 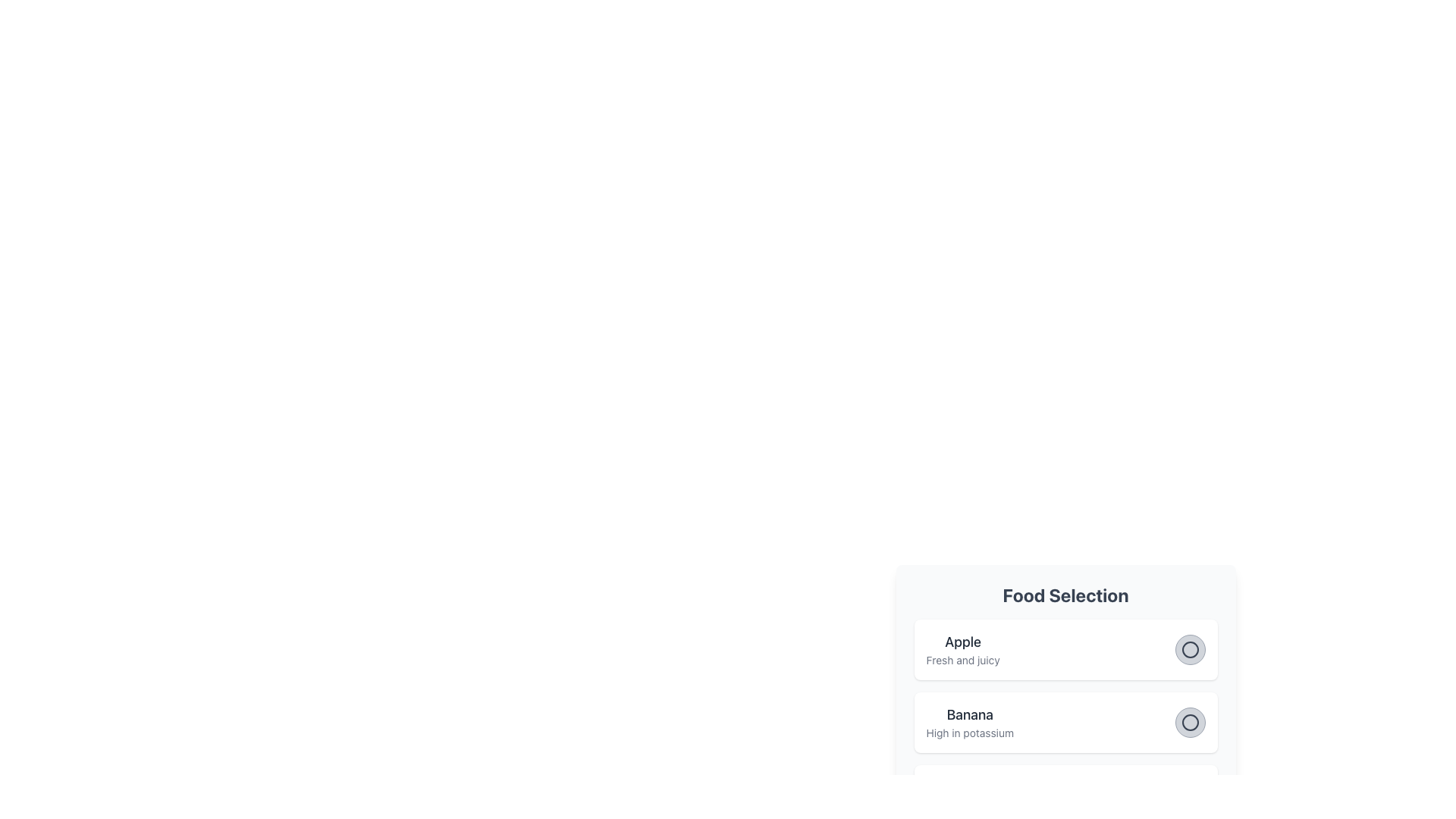 I want to click on the decorative element of the radio button located to the right of the text 'Banana' in the food selection list, so click(x=1189, y=721).